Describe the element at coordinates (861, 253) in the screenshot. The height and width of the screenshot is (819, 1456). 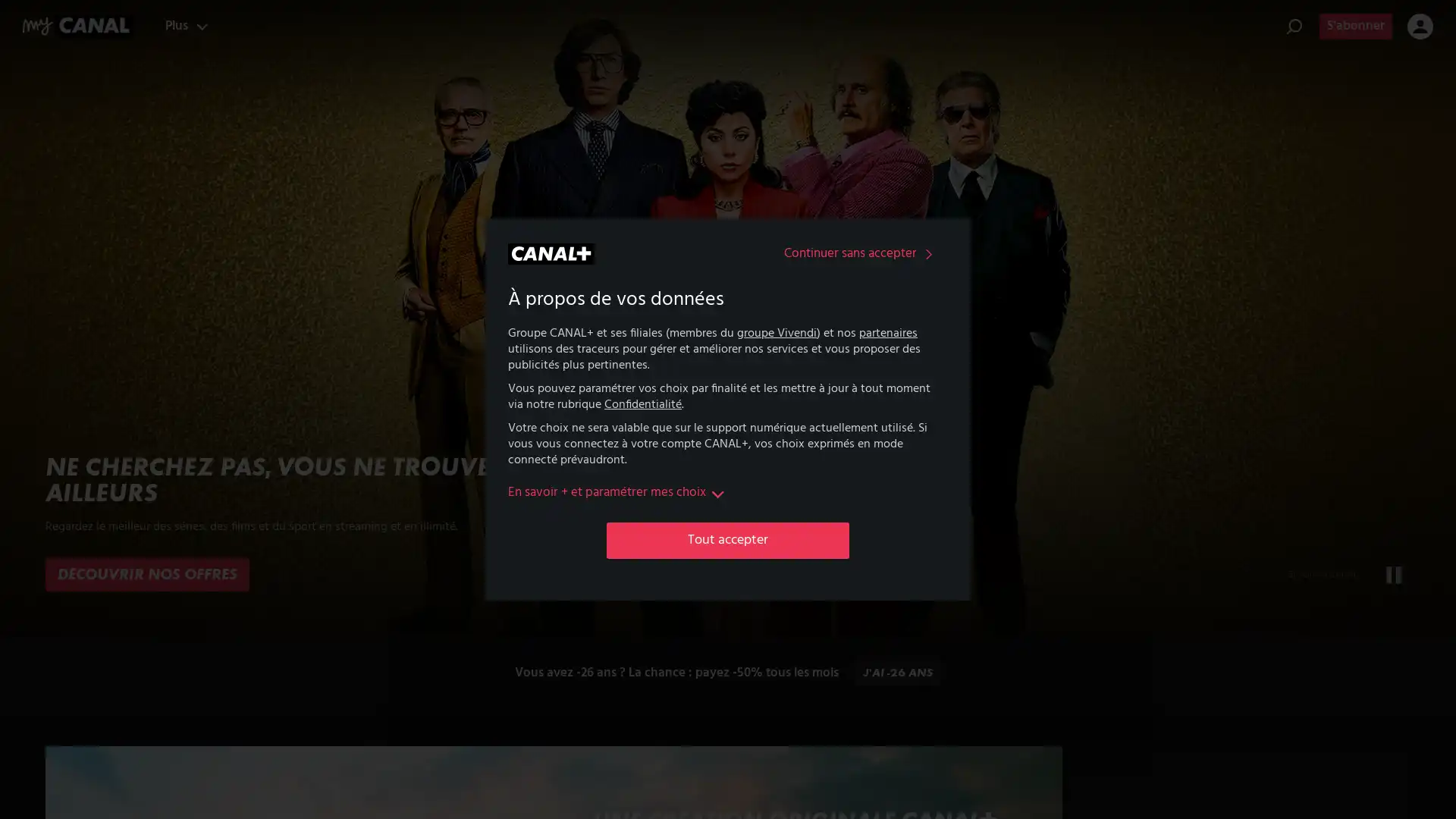
I see `Continuer sans accepter notre traitement des donnees` at that location.